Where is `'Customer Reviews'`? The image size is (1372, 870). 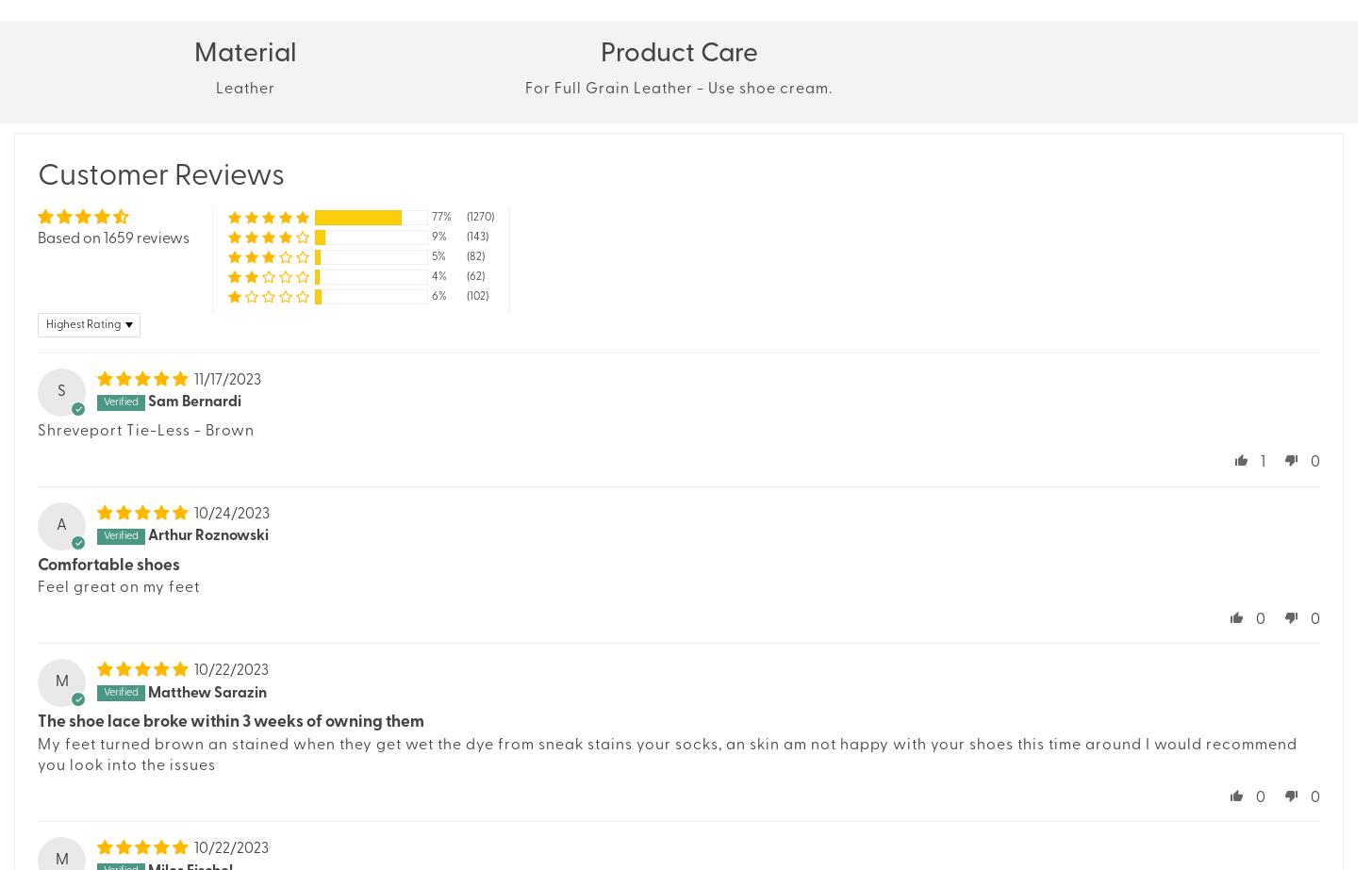 'Customer Reviews' is located at coordinates (160, 175).